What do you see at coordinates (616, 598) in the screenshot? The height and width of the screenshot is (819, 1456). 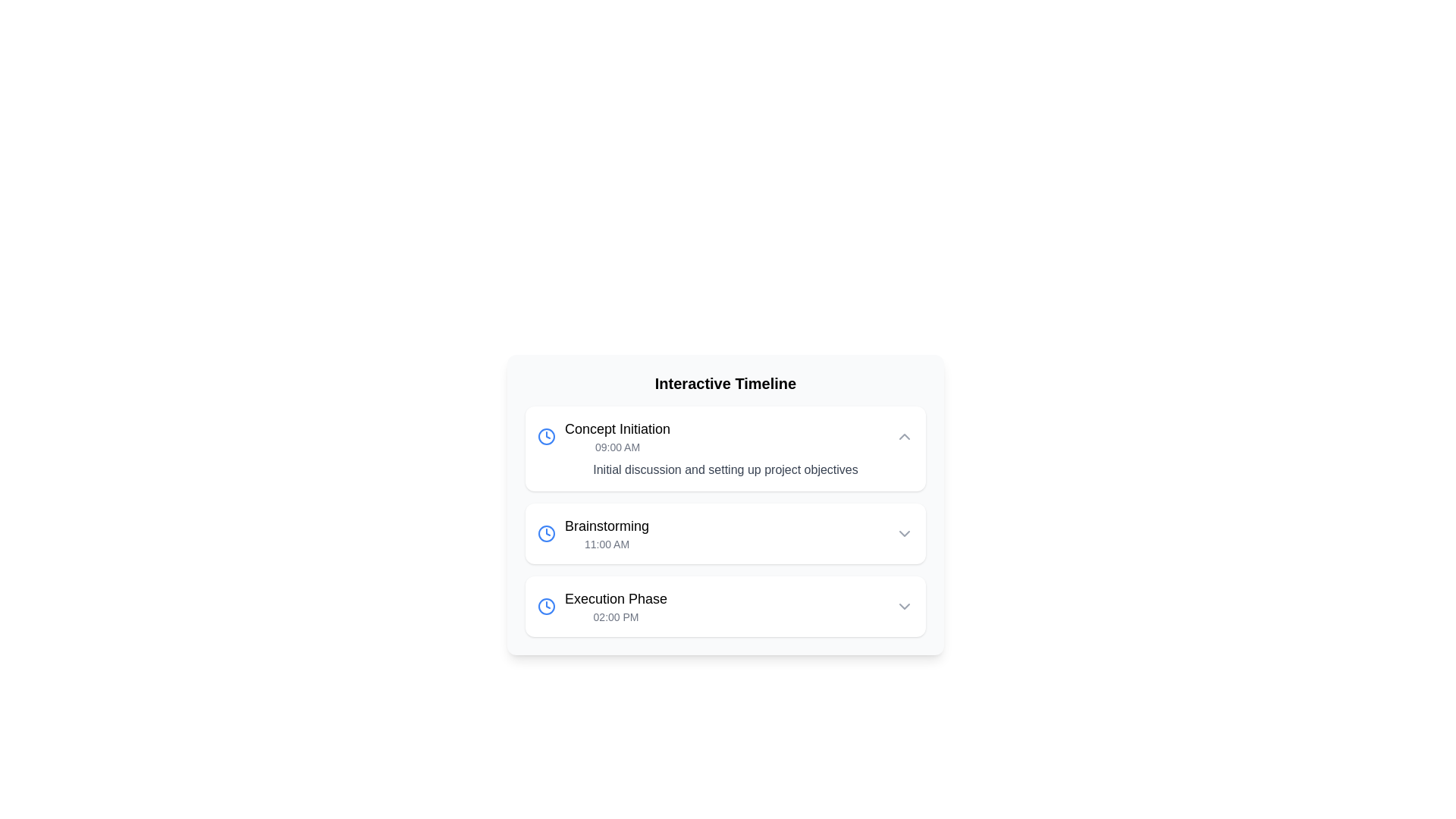 I see `on the text label 'Execution Phase 02:00 PM' located in the third timeline entry` at bounding box center [616, 598].